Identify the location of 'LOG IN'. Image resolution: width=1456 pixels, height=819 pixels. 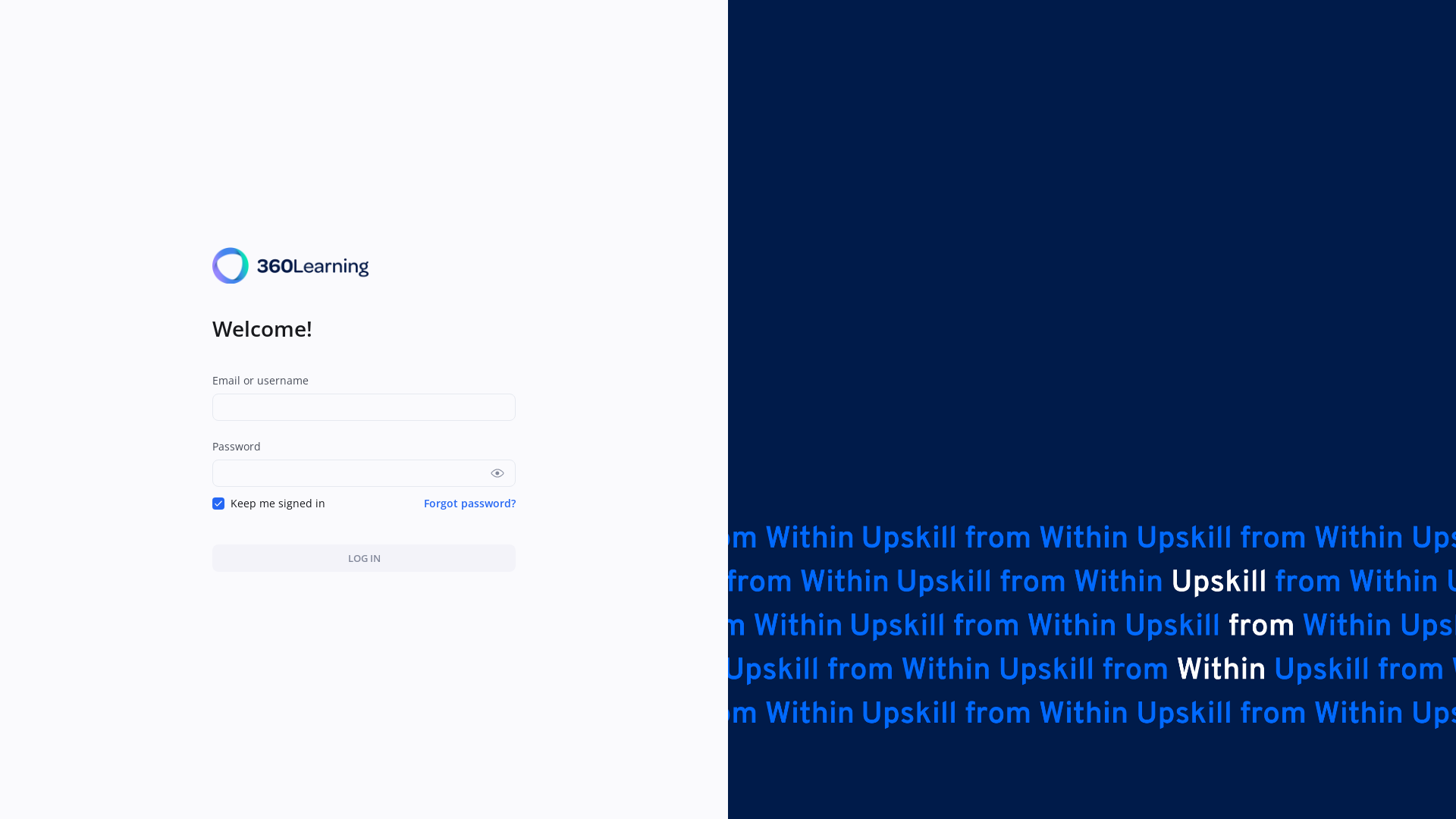
(364, 558).